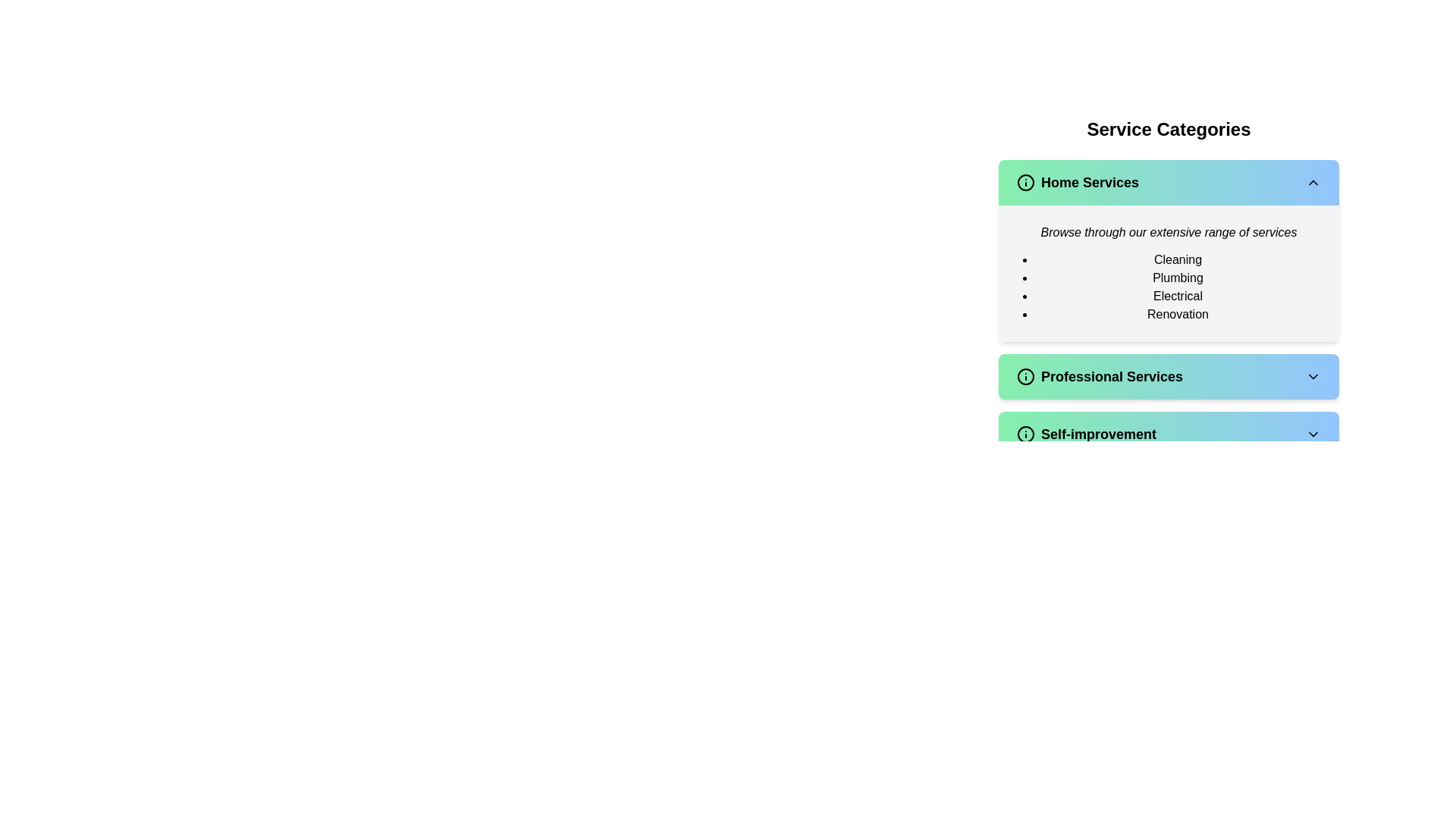  What do you see at coordinates (1177, 296) in the screenshot?
I see `the text label 'Electrical' in the bulleted list under 'Home Services'` at bounding box center [1177, 296].